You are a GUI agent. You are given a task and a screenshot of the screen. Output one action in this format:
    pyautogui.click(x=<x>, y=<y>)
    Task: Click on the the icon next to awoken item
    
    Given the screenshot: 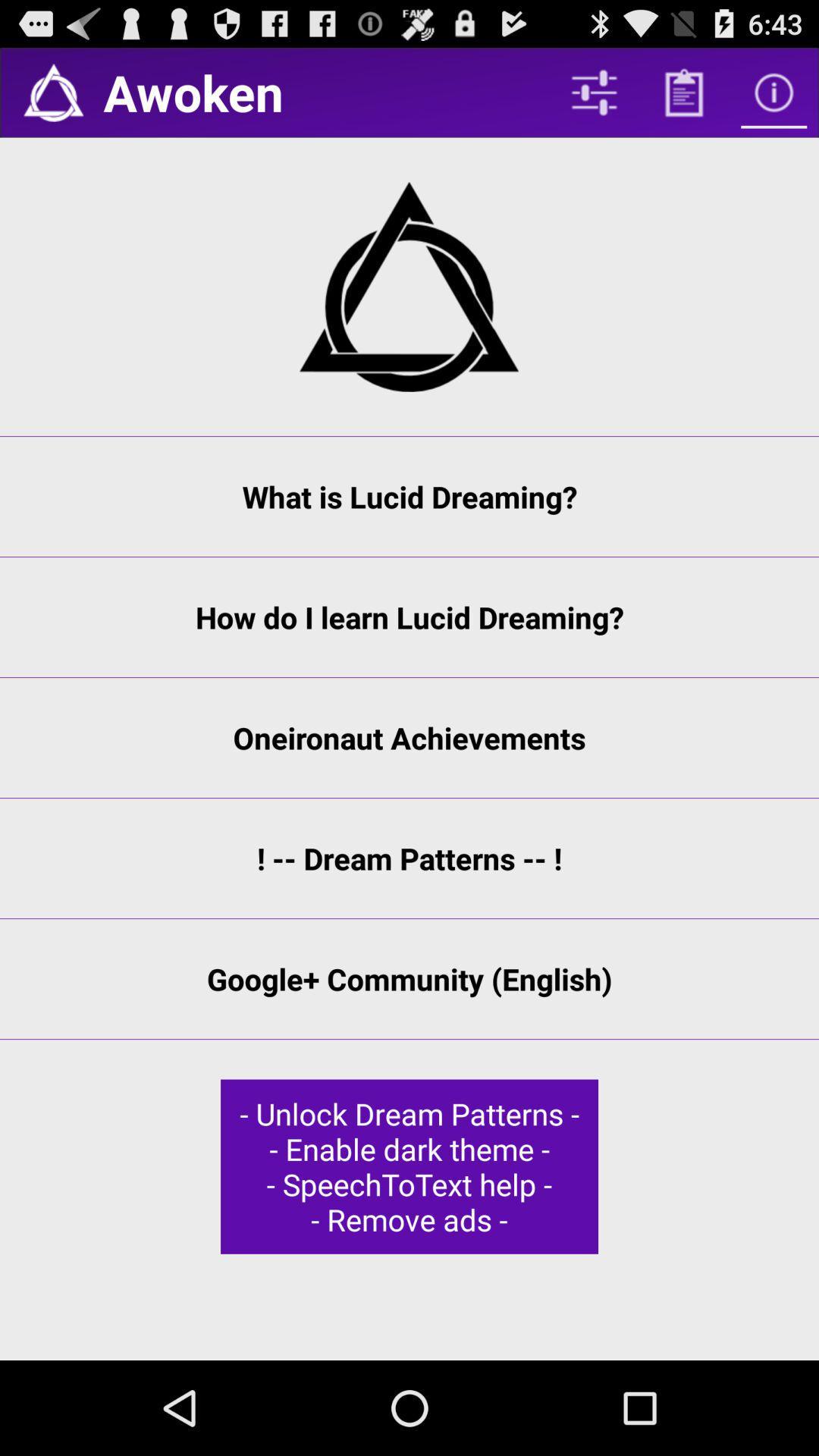 What is the action you would take?
    pyautogui.click(x=593, y=92)
    